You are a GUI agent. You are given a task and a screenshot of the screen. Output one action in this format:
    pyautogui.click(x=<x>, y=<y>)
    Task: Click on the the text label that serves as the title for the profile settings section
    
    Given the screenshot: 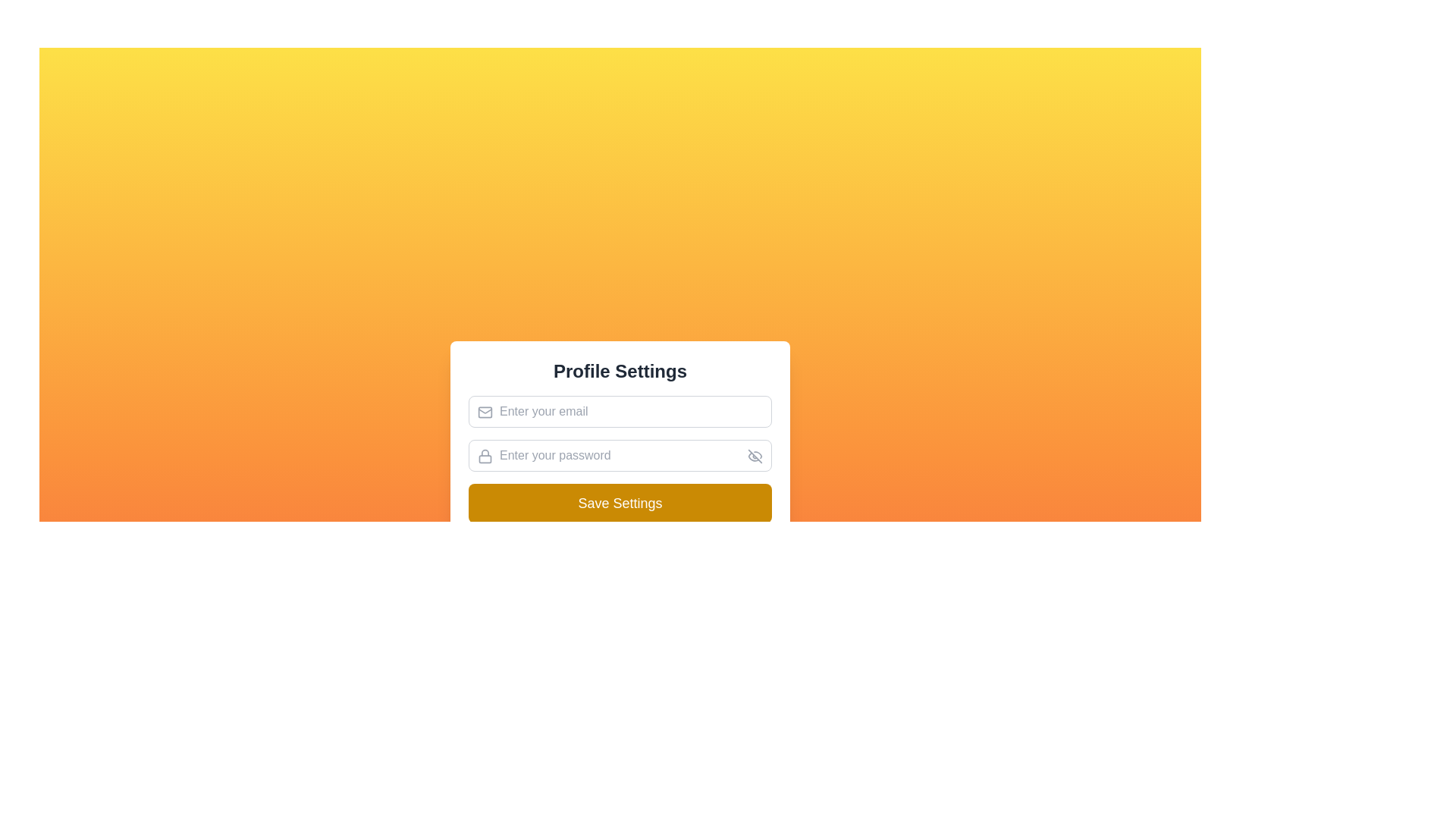 What is the action you would take?
    pyautogui.click(x=620, y=371)
    